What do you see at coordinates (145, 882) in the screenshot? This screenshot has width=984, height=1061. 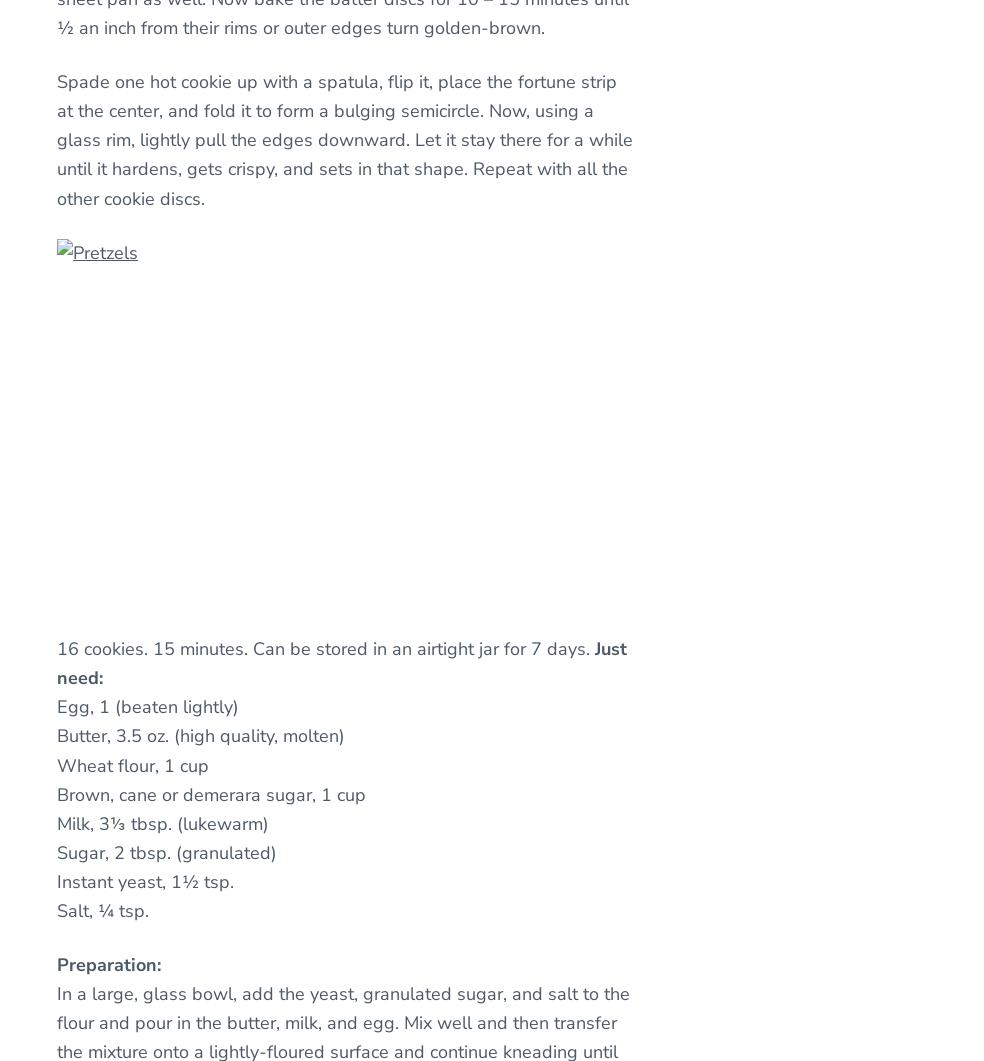 I see `'Instant yeast, 1½ tsp.'` at bounding box center [145, 882].